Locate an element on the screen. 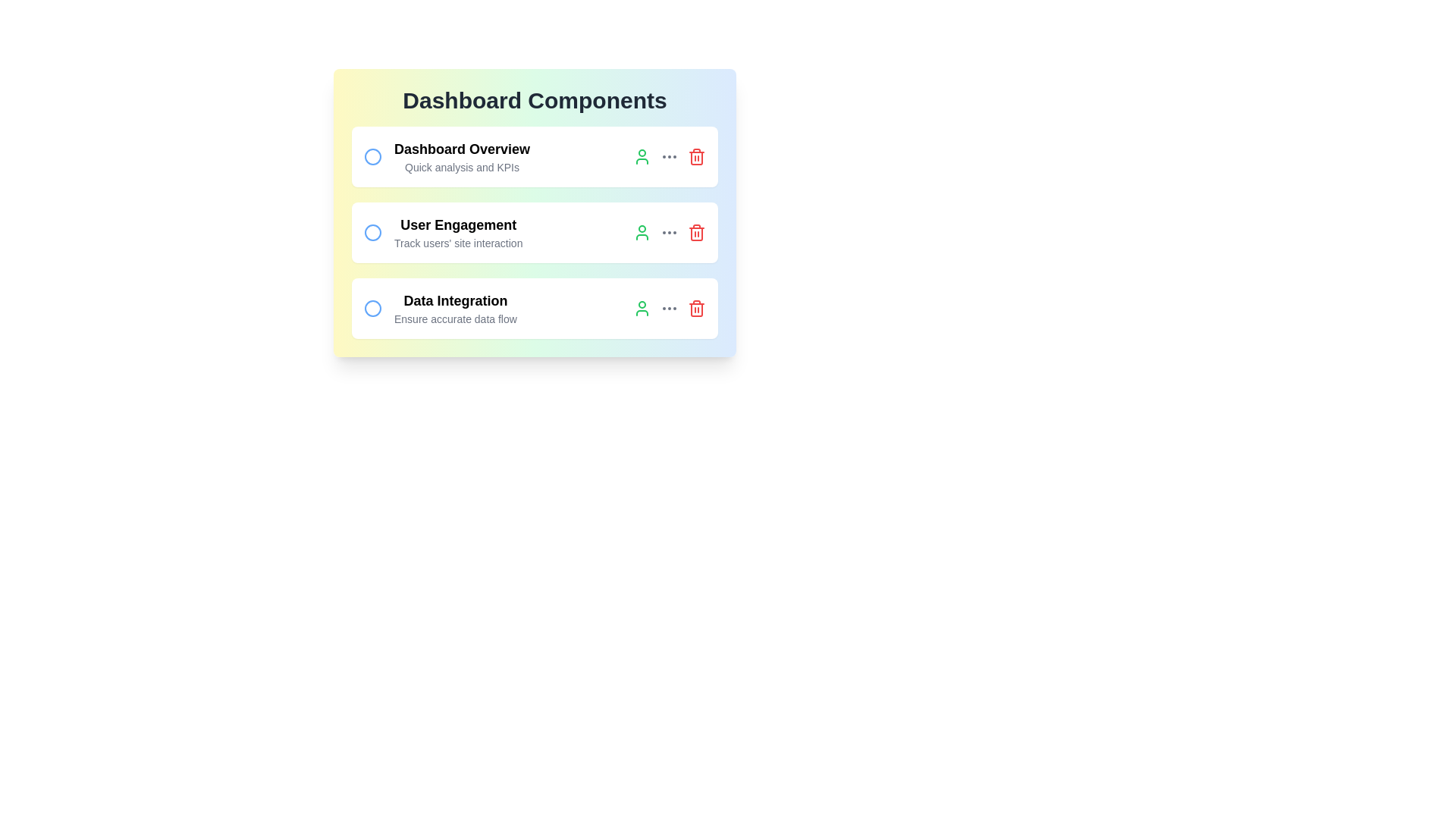  the circle next to the task 'Dashboard Overview' to select it is located at coordinates (372, 157).